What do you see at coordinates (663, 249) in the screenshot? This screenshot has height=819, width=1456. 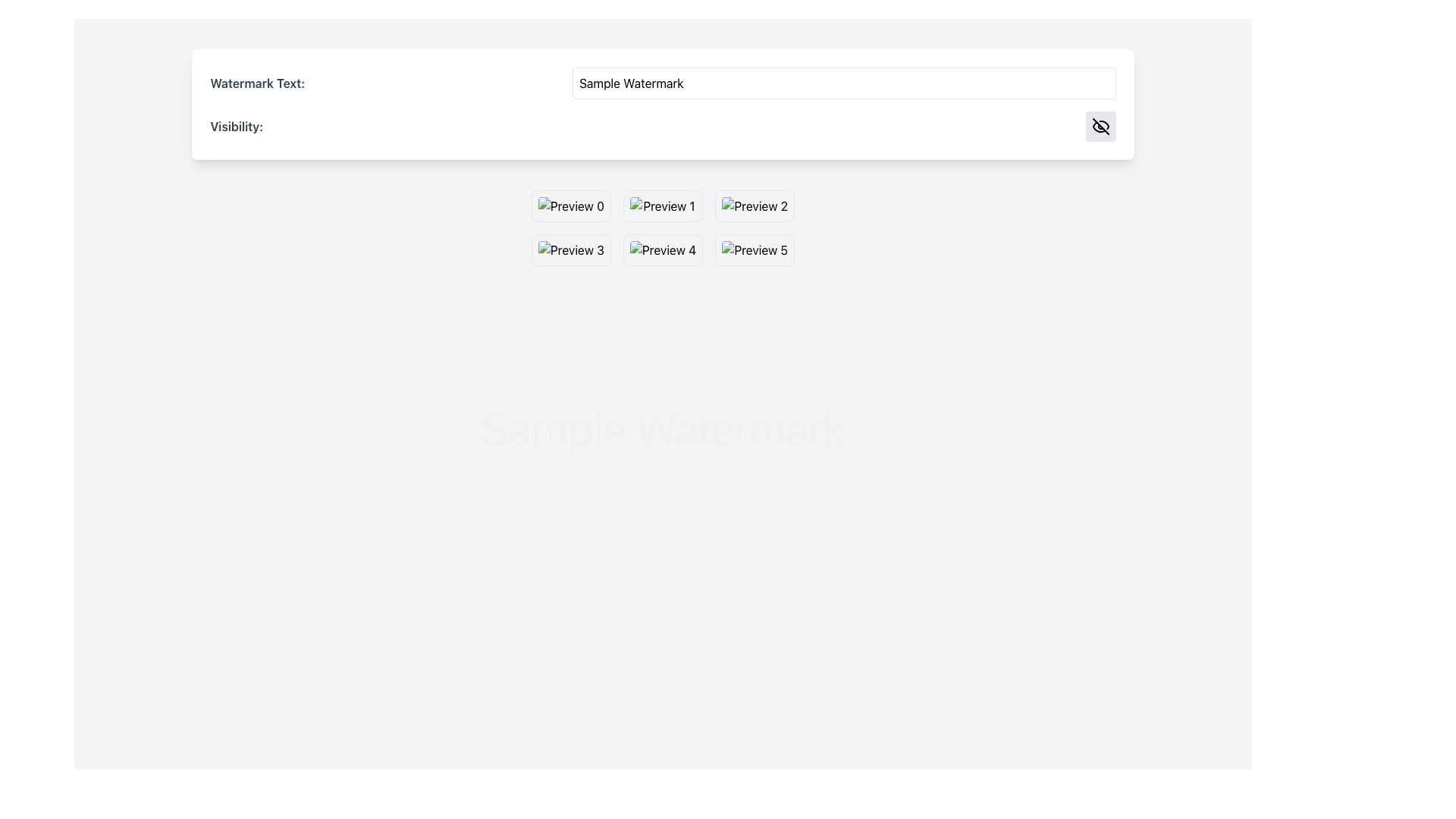 I see `the card labeled 'Preview 4', which is a rounded rectangular card with a bordered edge located in the second row and second column of a 3x2 grid` at bounding box center [663, 249].